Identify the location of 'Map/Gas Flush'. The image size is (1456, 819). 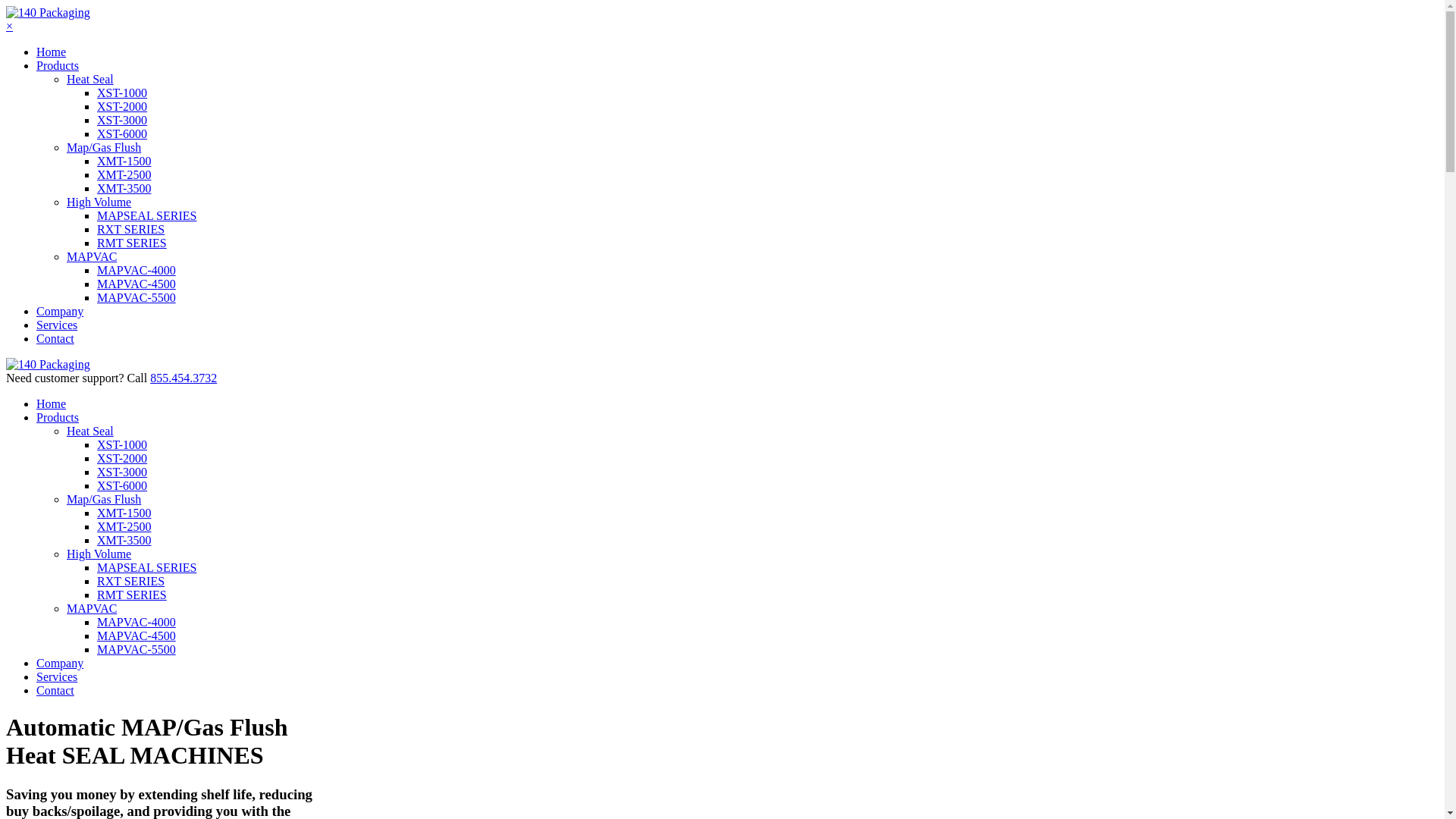
(65, 147).